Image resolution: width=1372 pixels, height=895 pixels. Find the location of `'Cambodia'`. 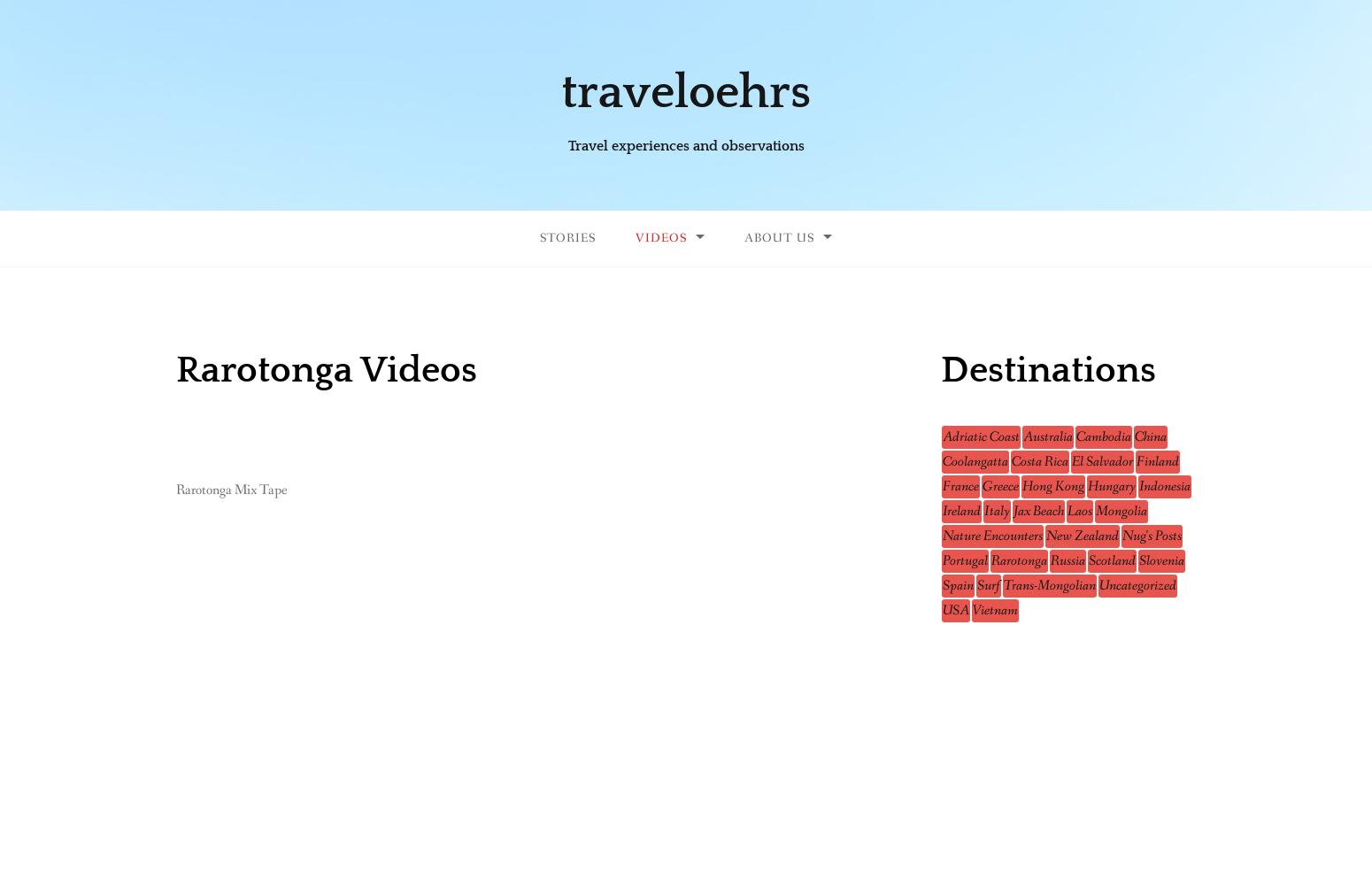

'Cambodia' is located at coordinates (1075, 436).